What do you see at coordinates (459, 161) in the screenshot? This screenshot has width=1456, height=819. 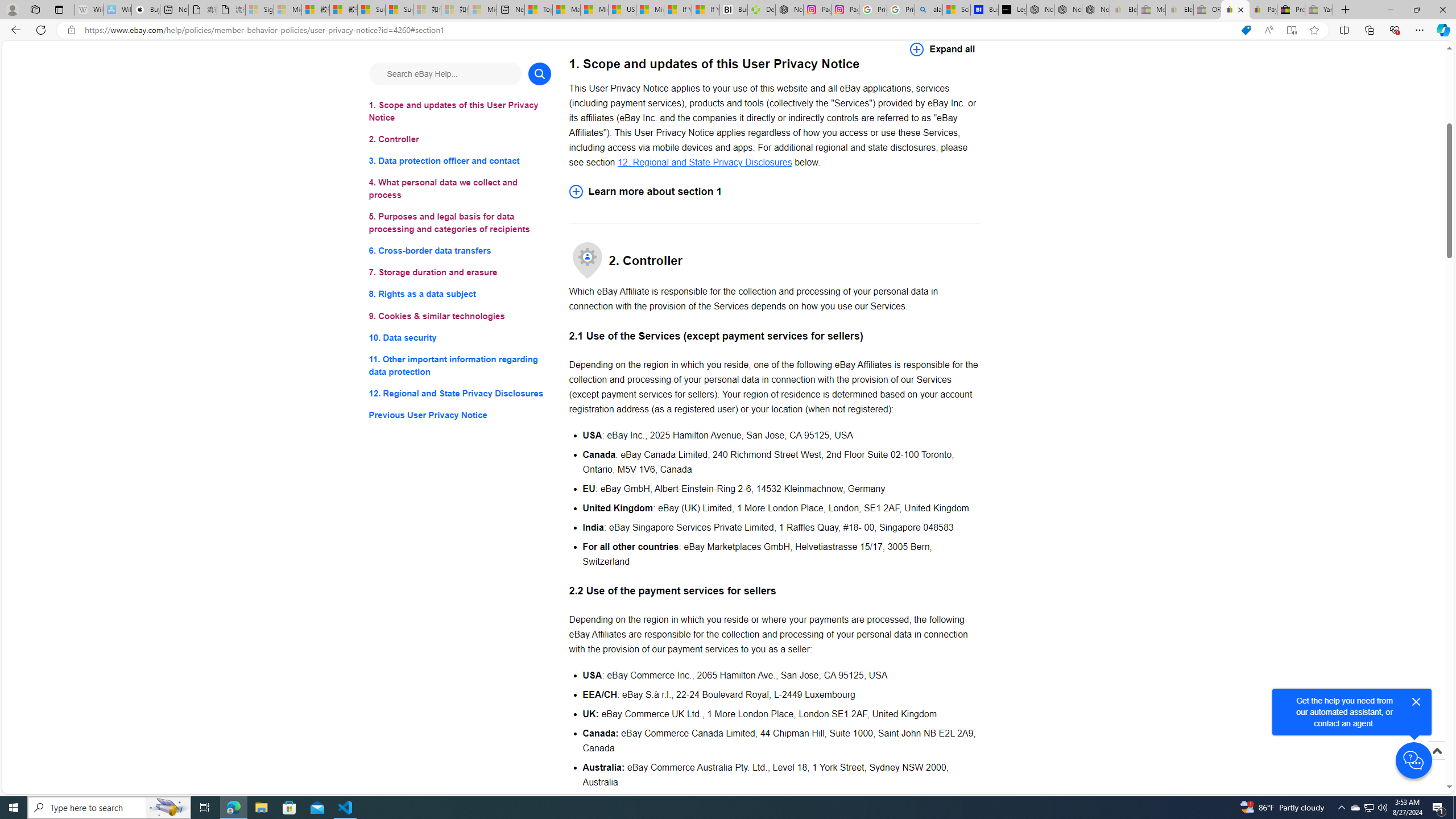 I see `'3. Data protection officer and contact'` at bounding box center [459, 161].